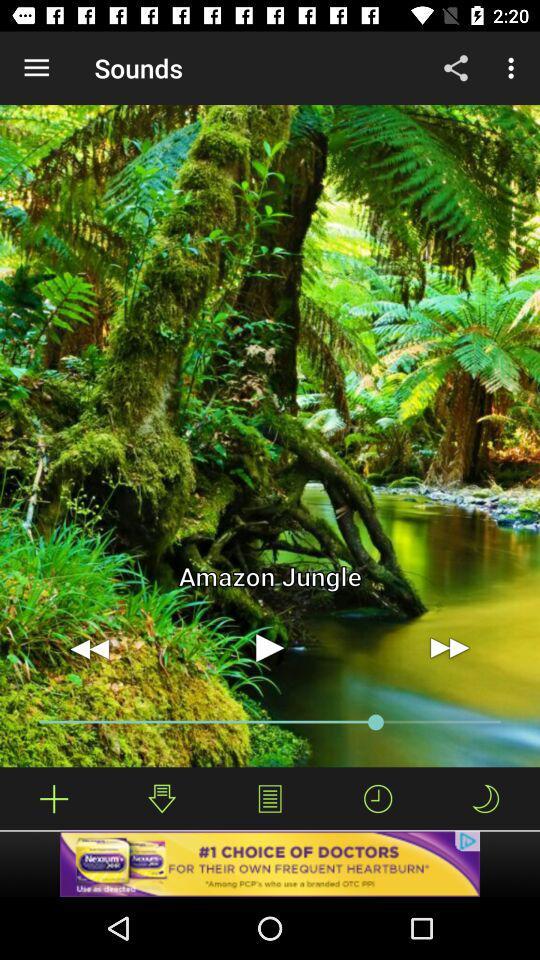 Image resolution: width=540 pixels, height=960 pixels. Describe the element at coordinates (484, 798) in the screenshot. I see `sleep-mode` at that location.